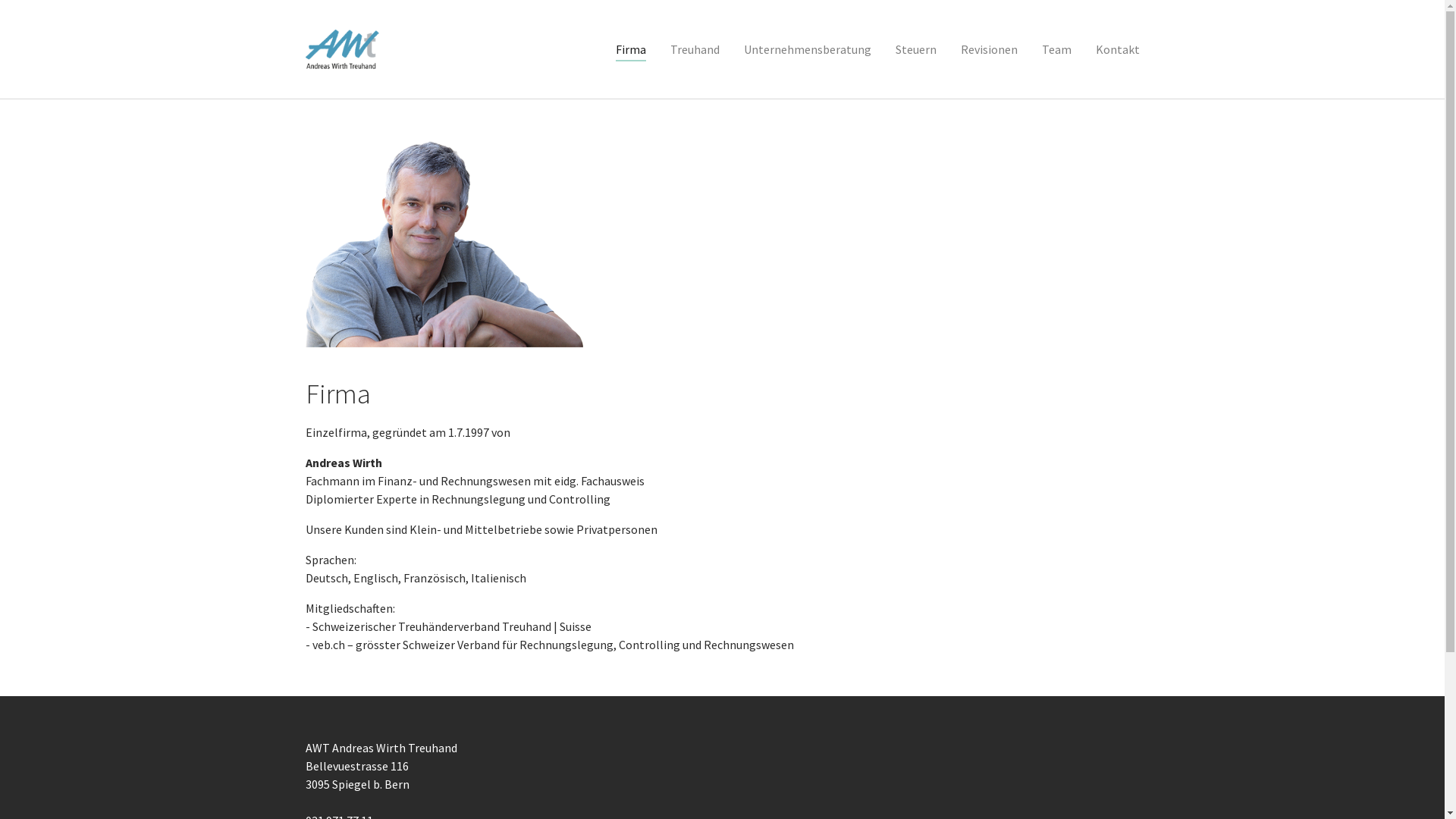 This screenshot has height=819, width=1456. Describe the element at coordinates (731, 49) in the screenshot. I see `'Unternehmensberatung'` at that location.